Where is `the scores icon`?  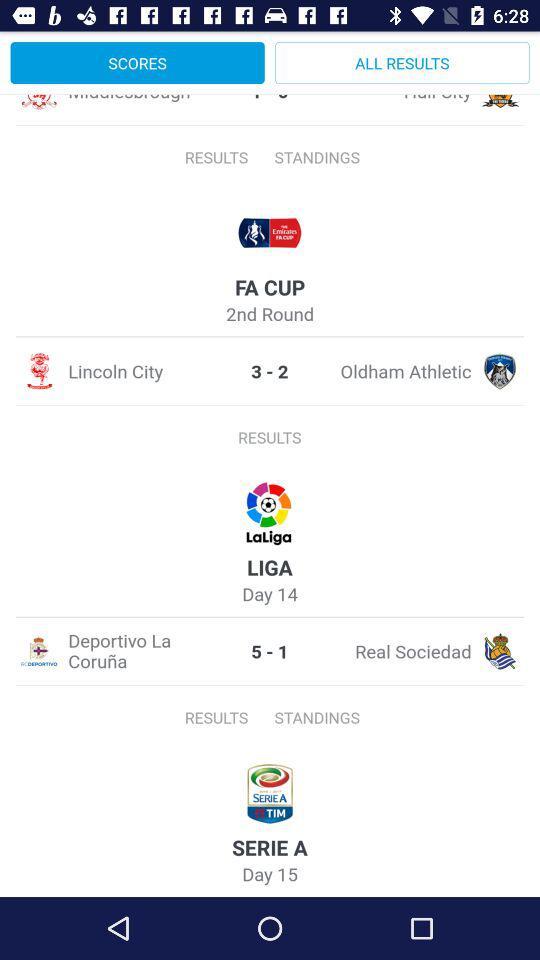 the scores icon is located at coordinates (136, 62).